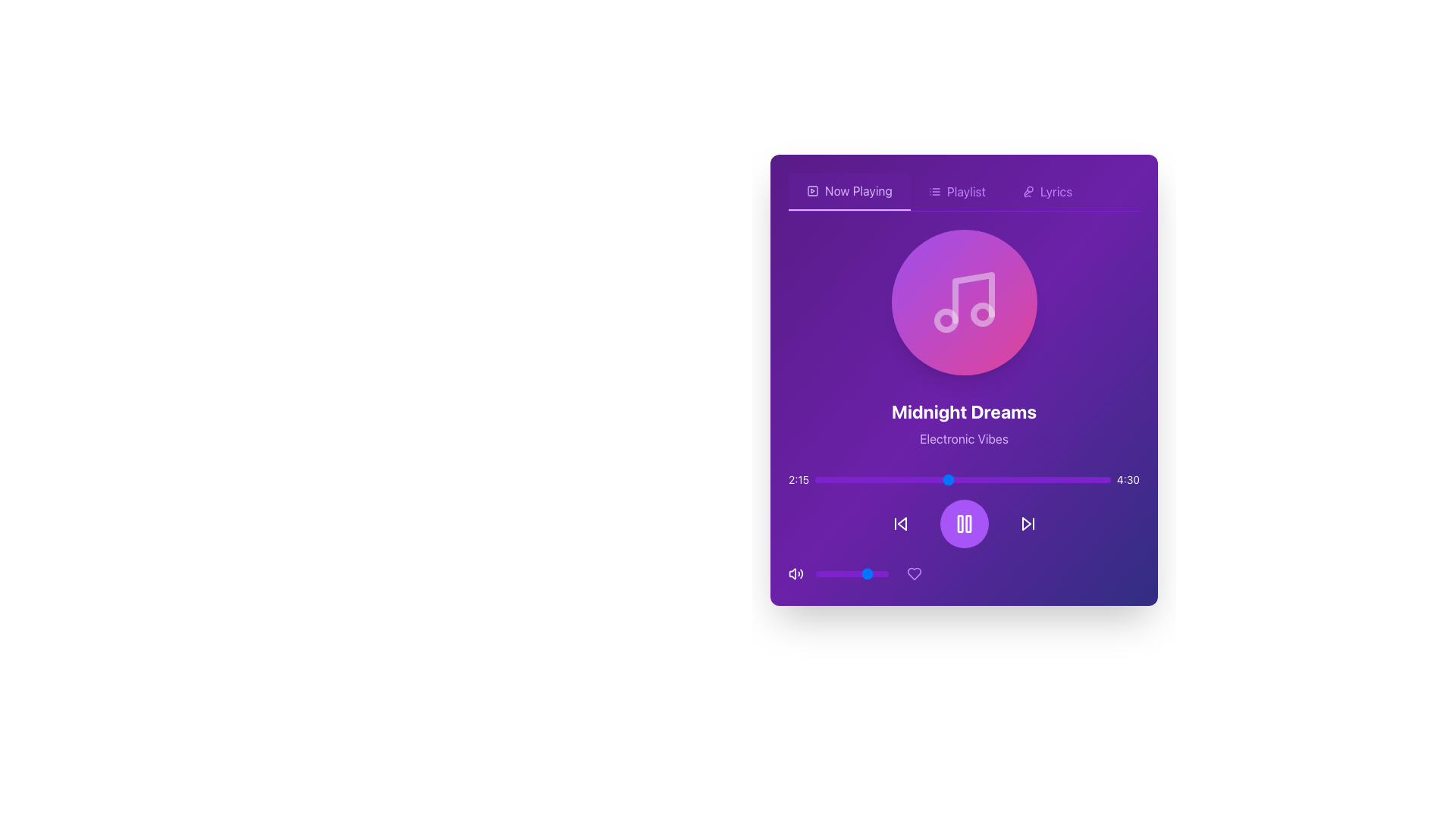 The width and height of the screenshot is (1456, 819). What do you see at coordinates (900, 522) in the screenshot?
I see `the backward skip button, which is located centrally at the bottom of the media playback interface, to trigger the hover effect` at bounding box center [900, 522].